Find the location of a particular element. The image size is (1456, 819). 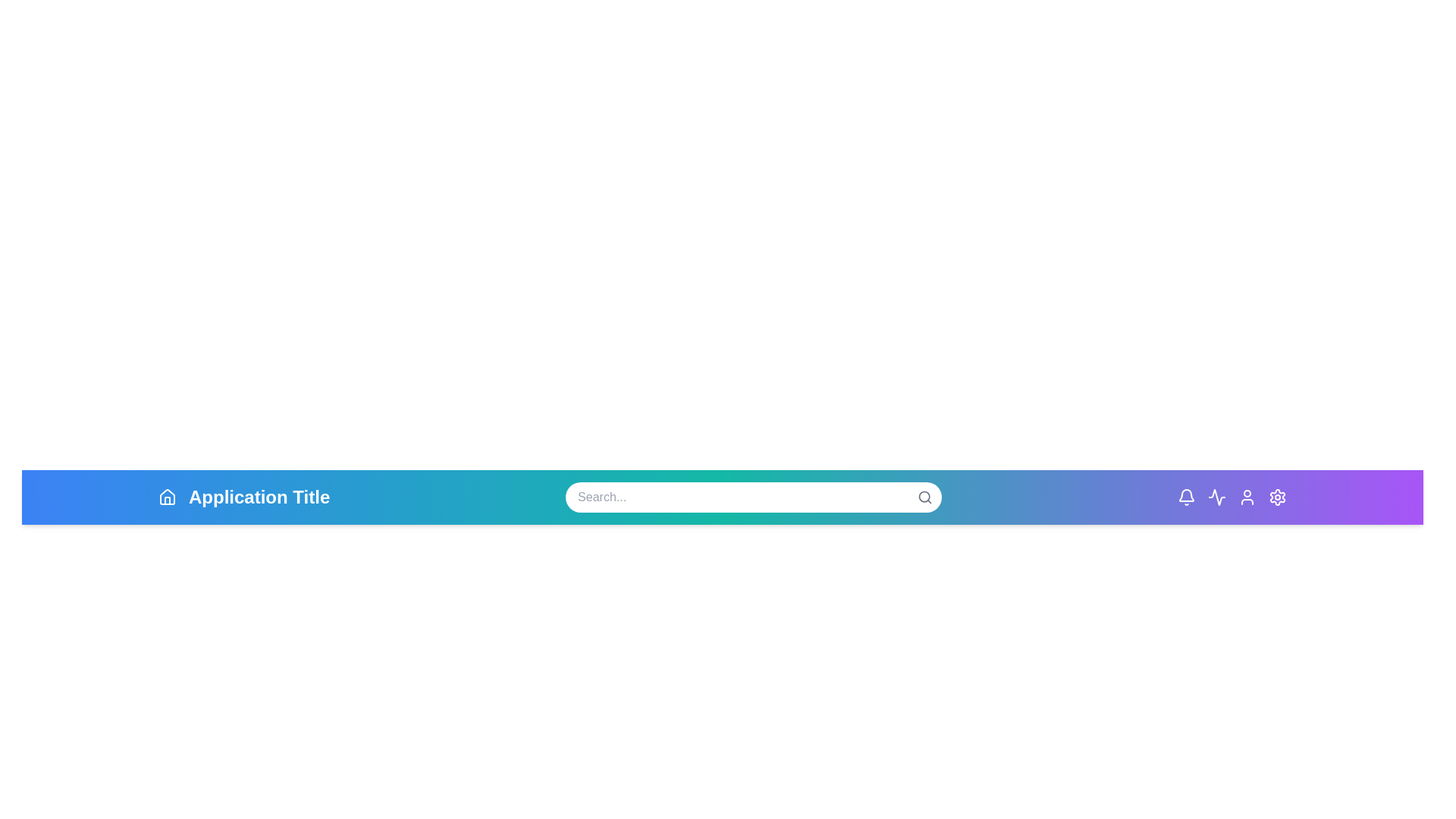

the search icon to trigger the search action is located at coordinates (924, 497).